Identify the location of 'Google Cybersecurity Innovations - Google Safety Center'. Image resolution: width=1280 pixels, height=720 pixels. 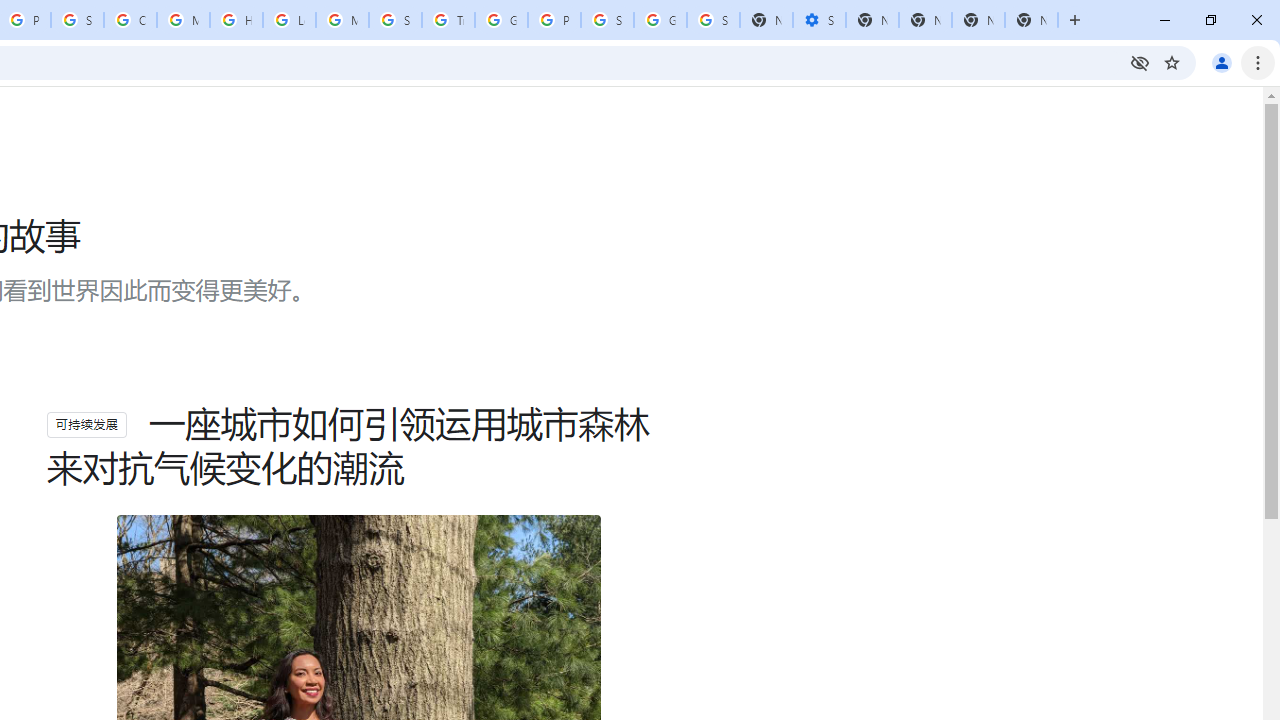
(660, 20).